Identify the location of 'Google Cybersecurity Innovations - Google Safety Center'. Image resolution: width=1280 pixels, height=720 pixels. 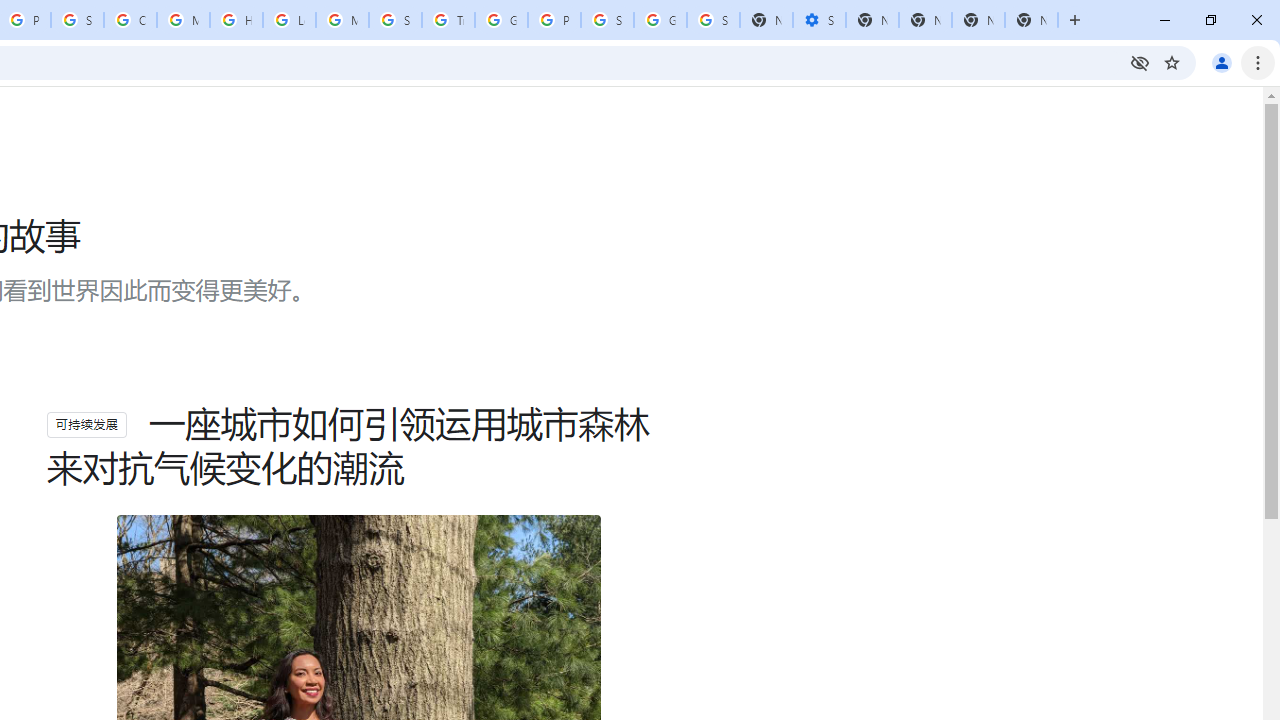
(660, 20).